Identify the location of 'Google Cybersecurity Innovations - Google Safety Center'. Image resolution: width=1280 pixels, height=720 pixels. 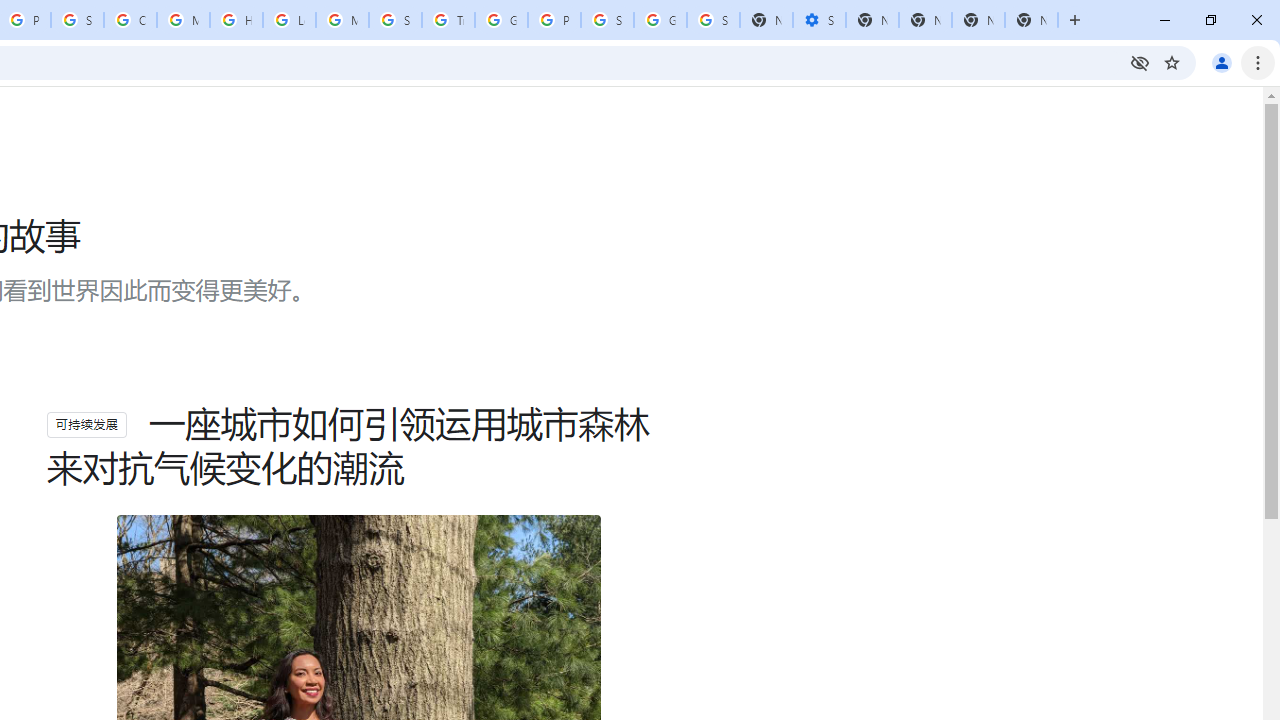
(660, 20).